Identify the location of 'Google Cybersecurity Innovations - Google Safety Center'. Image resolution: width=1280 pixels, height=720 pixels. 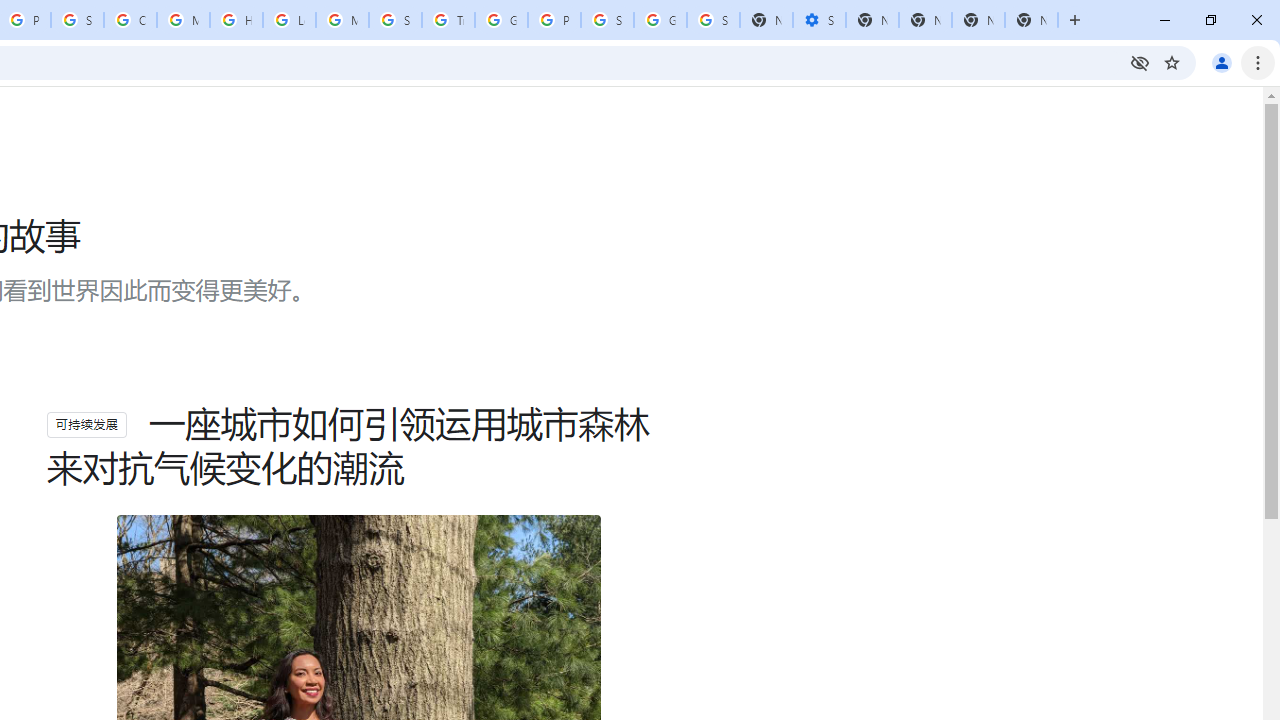
(660, 20).